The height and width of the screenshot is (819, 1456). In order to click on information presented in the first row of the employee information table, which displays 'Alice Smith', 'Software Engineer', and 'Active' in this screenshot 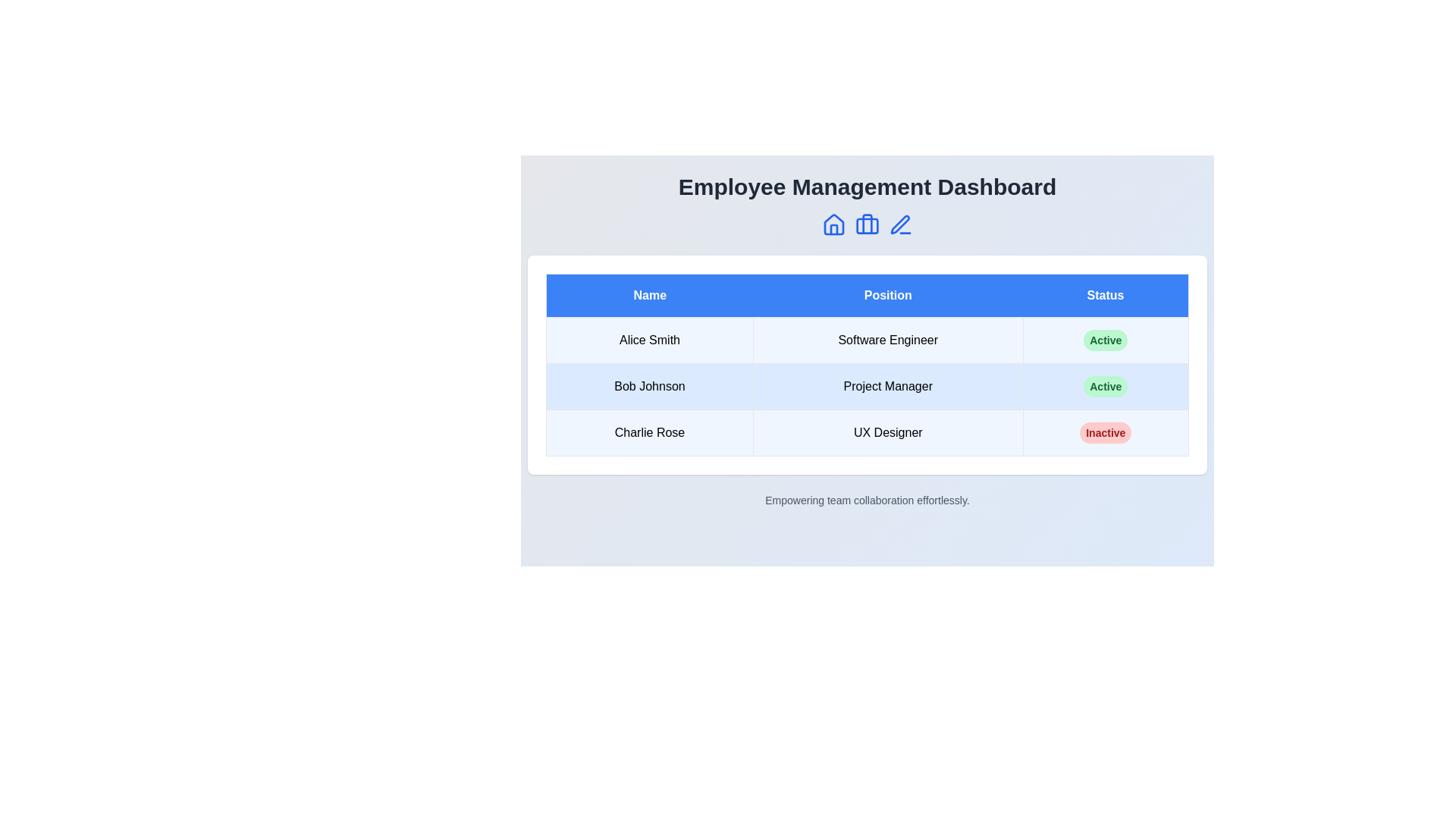, I will do `click(867, 339)`.